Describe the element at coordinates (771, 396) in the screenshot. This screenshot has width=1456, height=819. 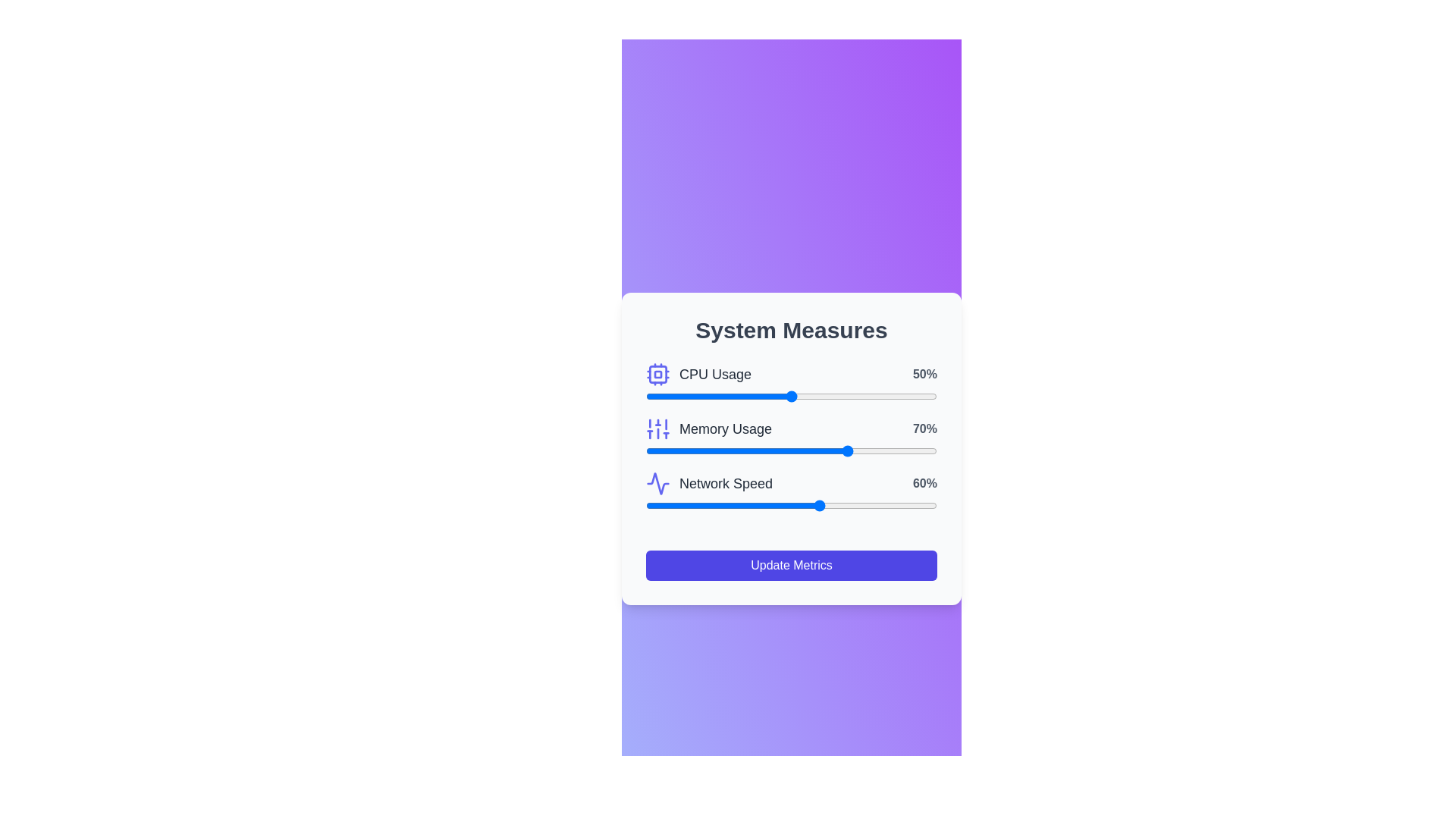
I see `the CPU Usage slider to set the usage to 43%` at that location.